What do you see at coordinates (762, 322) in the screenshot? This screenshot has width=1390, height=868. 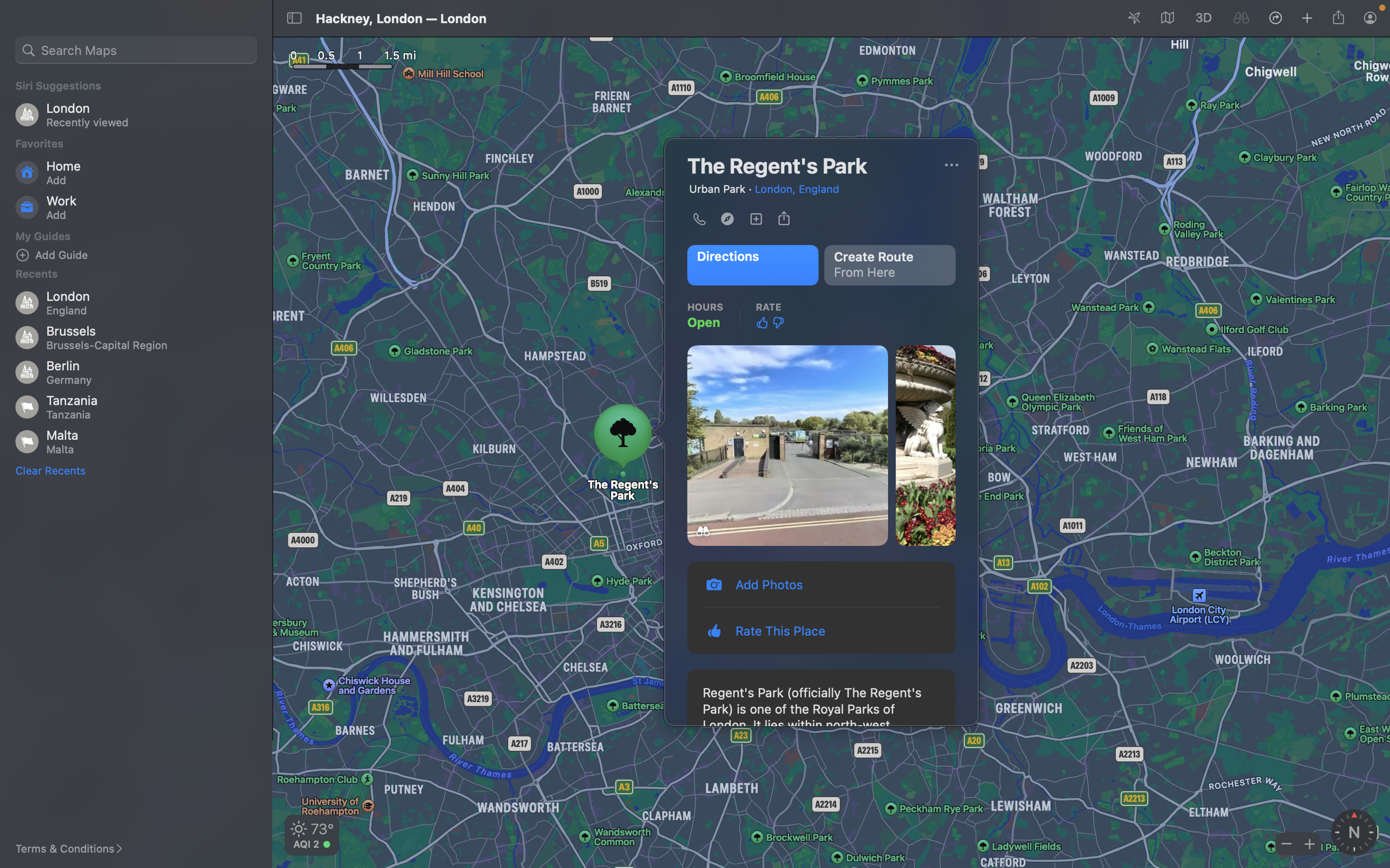 I see `Give a positive rating to the location` at bounding box center [762, 322].